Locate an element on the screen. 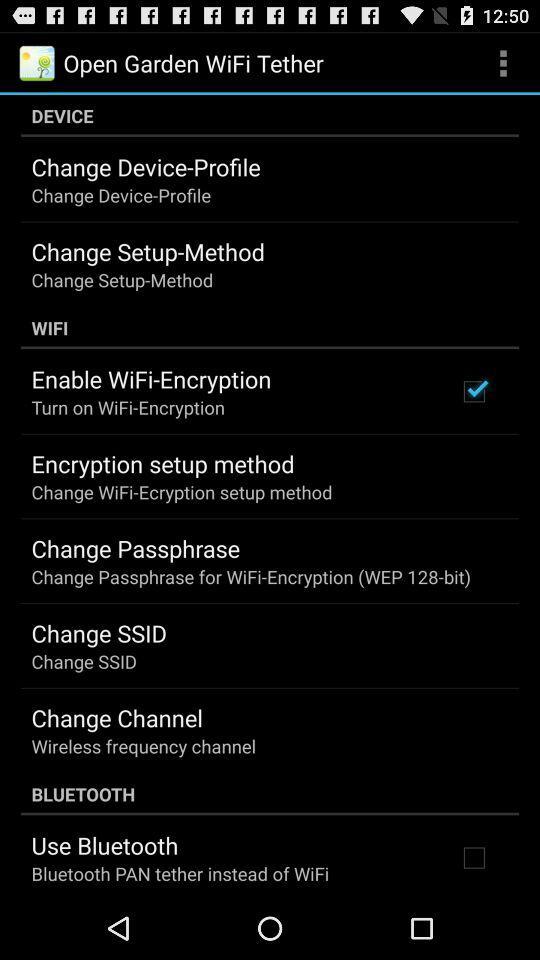 The image size is (540, 960). change channel is located at coordinates (117, 717).